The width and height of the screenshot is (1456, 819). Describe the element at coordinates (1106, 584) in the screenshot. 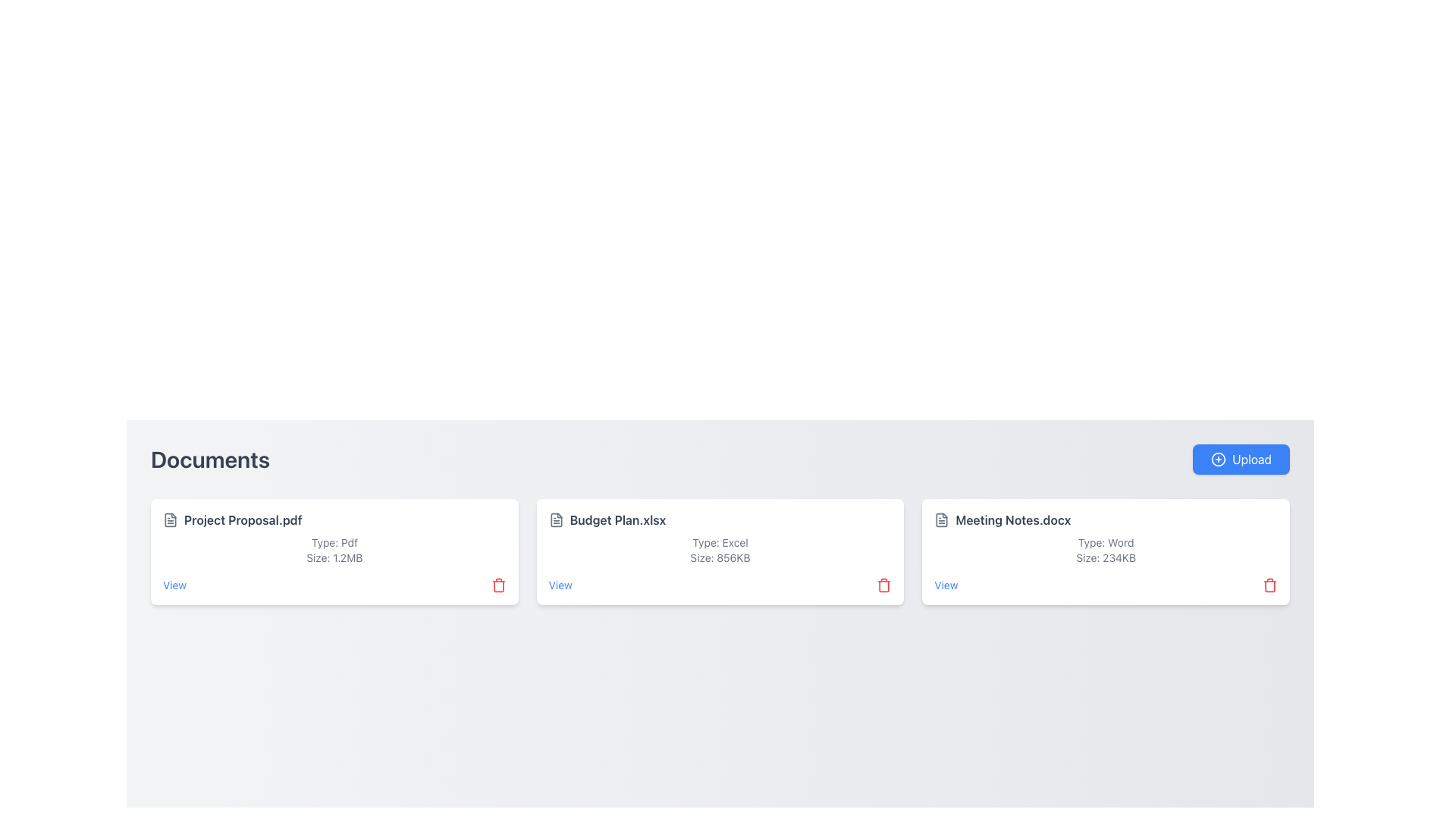

I see `the red trash icon located at the right side of the 'View' link within the 'Meeting Notes.docx' card` at that location.